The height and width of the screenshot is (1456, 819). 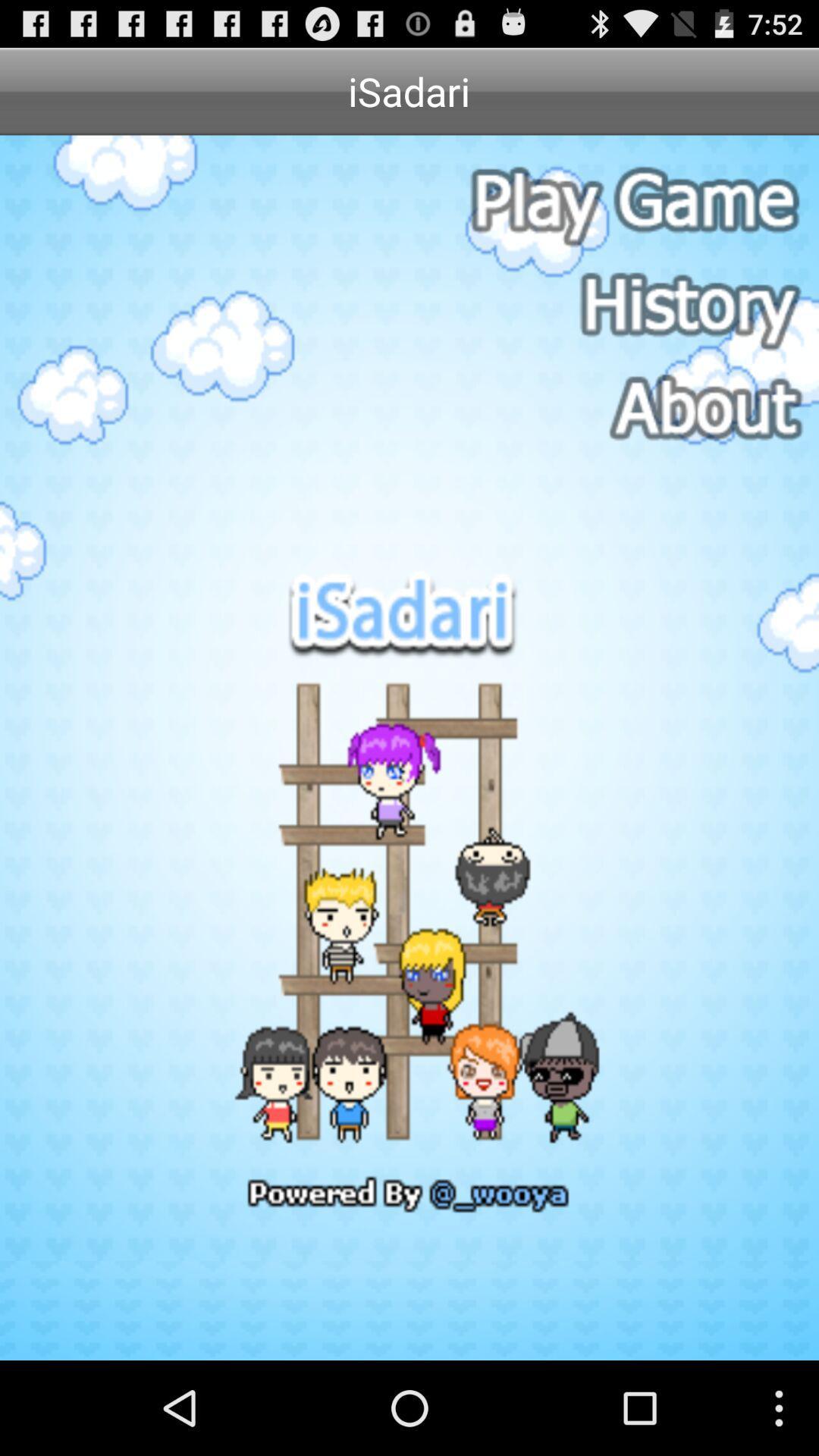 I want to click on open history, so click(x=632, y=305).